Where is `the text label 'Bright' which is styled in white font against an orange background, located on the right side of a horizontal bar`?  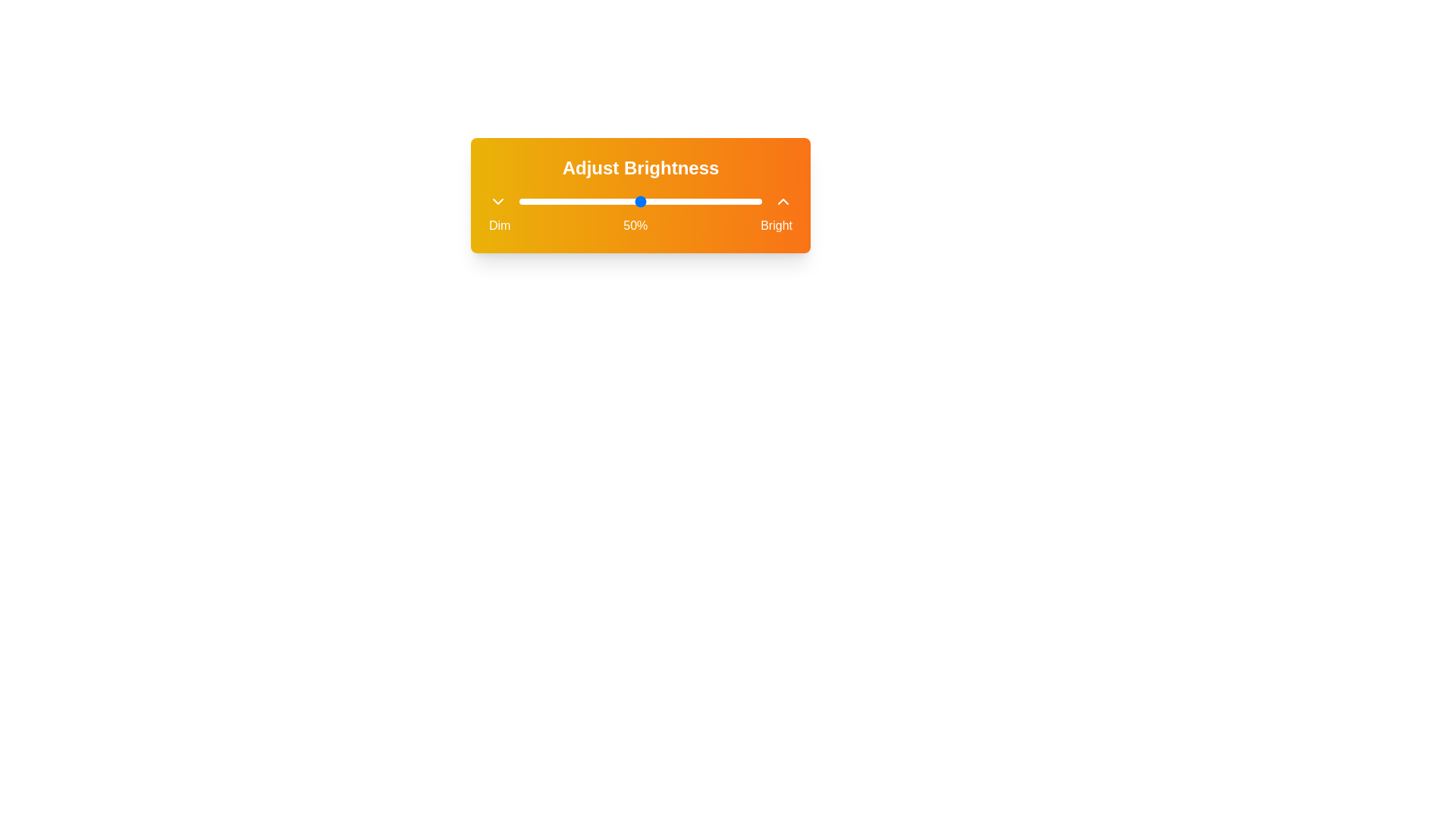 the text label 'Bright' which is styled in white font against an orange background, located on the right side of a horizontal bar is located at coordinates (777, 225).